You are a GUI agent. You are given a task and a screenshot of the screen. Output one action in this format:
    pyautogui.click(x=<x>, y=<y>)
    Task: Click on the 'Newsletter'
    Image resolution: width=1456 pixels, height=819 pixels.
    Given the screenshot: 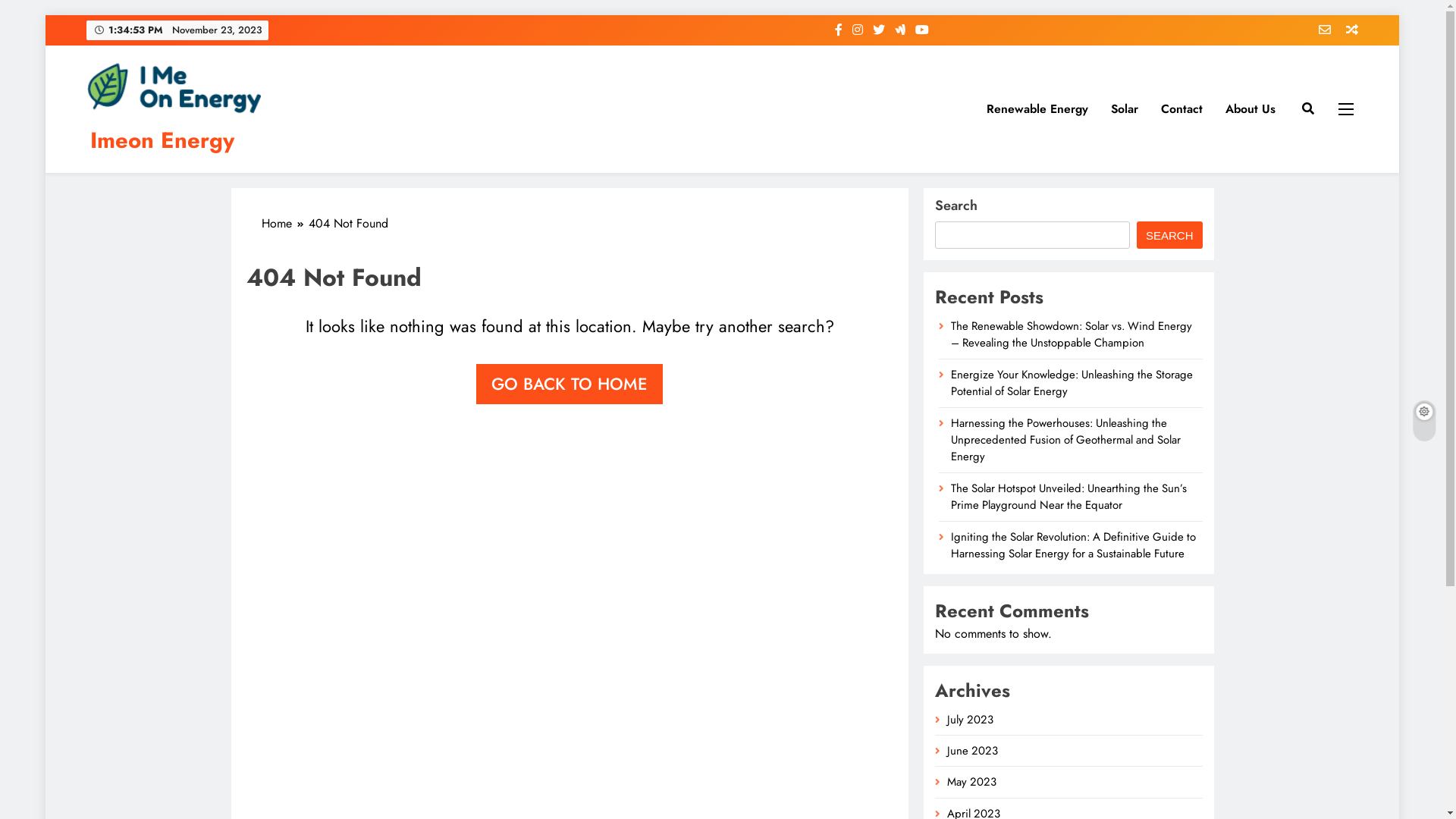 What is the action you would take?
    pyautogui.click(x=1318, y=30)
    